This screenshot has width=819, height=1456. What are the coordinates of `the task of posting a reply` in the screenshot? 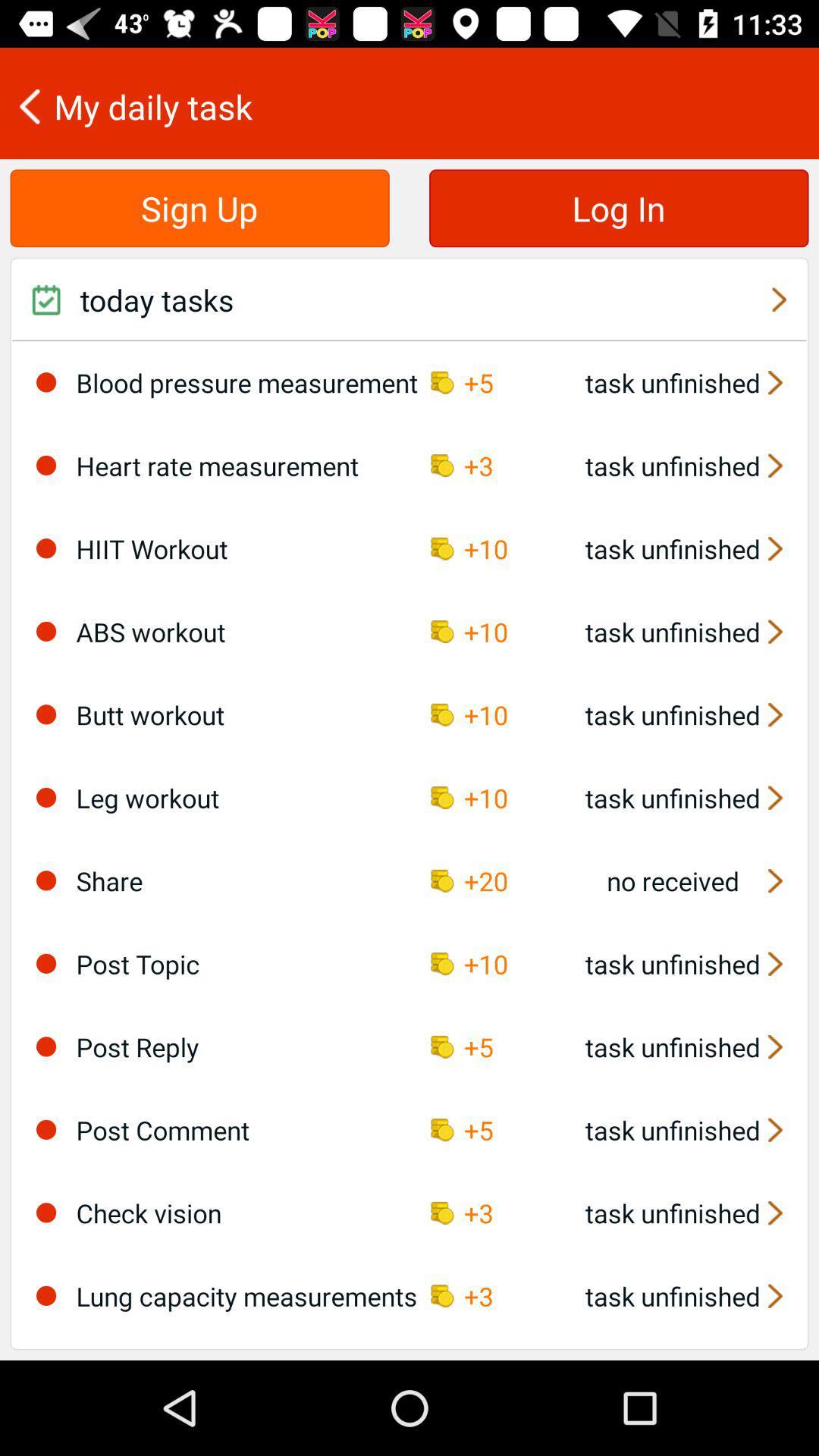 It's located at (45, 1046).